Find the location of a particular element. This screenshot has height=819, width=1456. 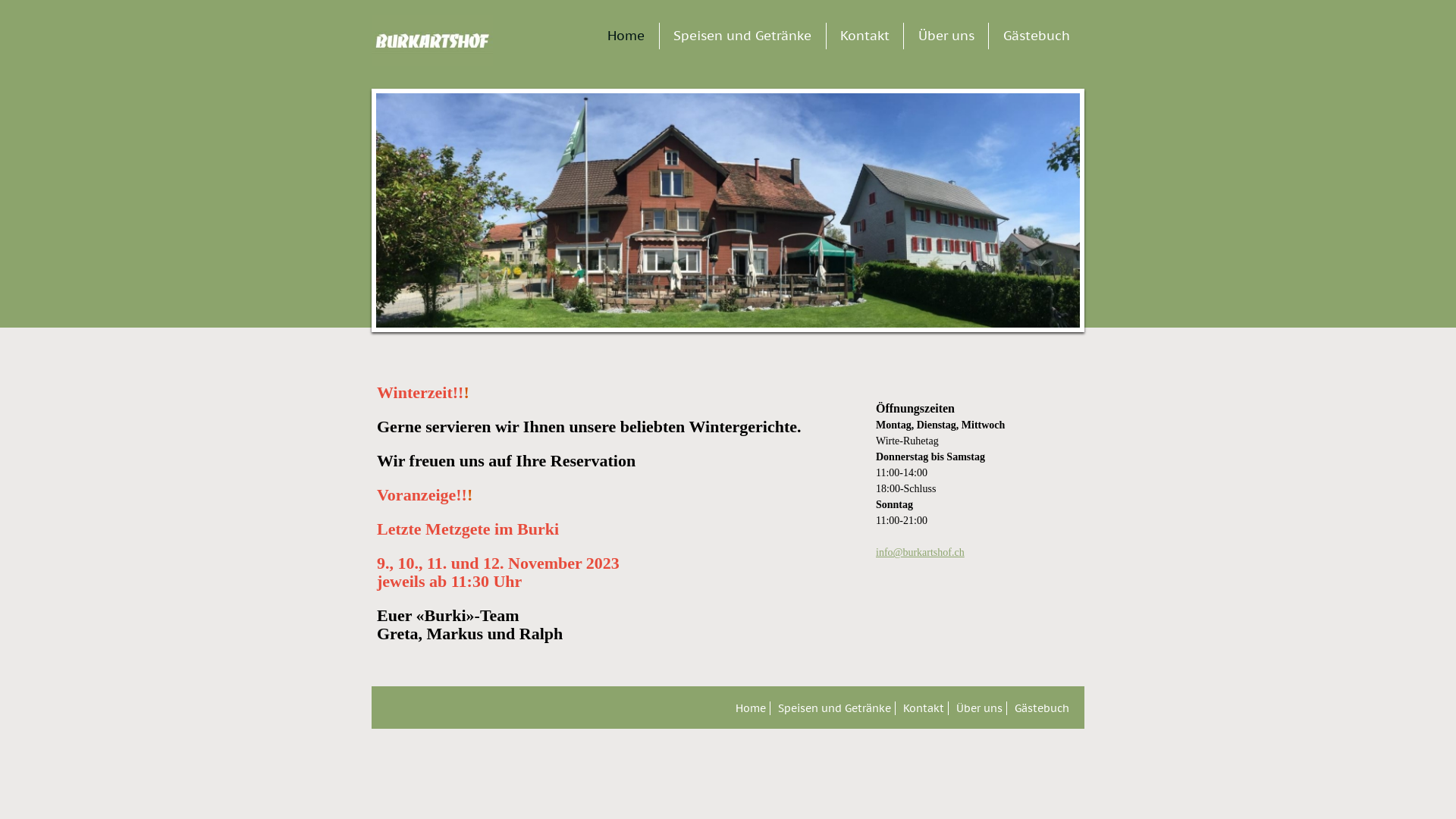

'info@burkartshof.ch' is located at coordinates (919, 552).